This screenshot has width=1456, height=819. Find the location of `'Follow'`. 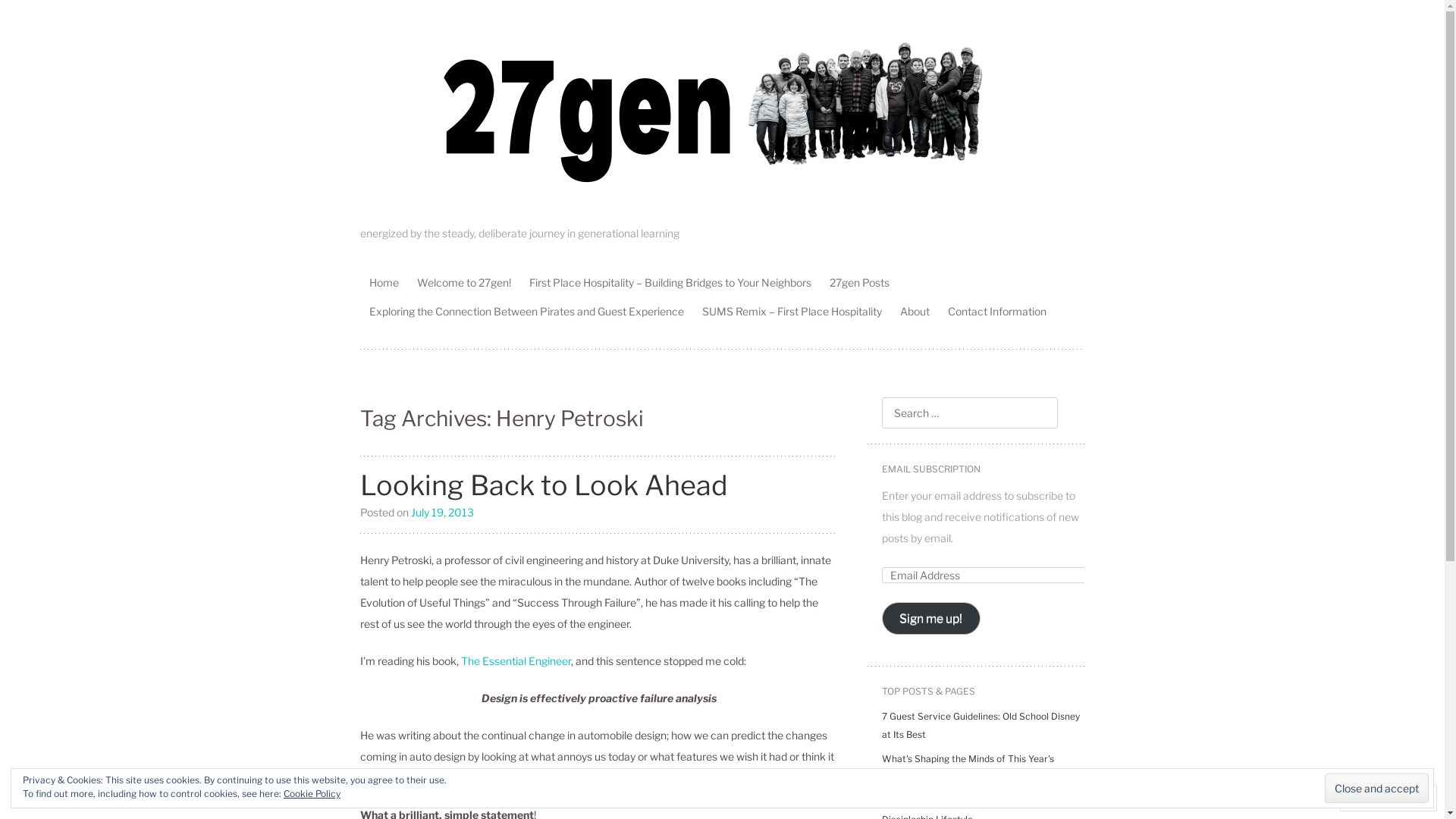

'Follow' is located at coordinates (1375, 797).